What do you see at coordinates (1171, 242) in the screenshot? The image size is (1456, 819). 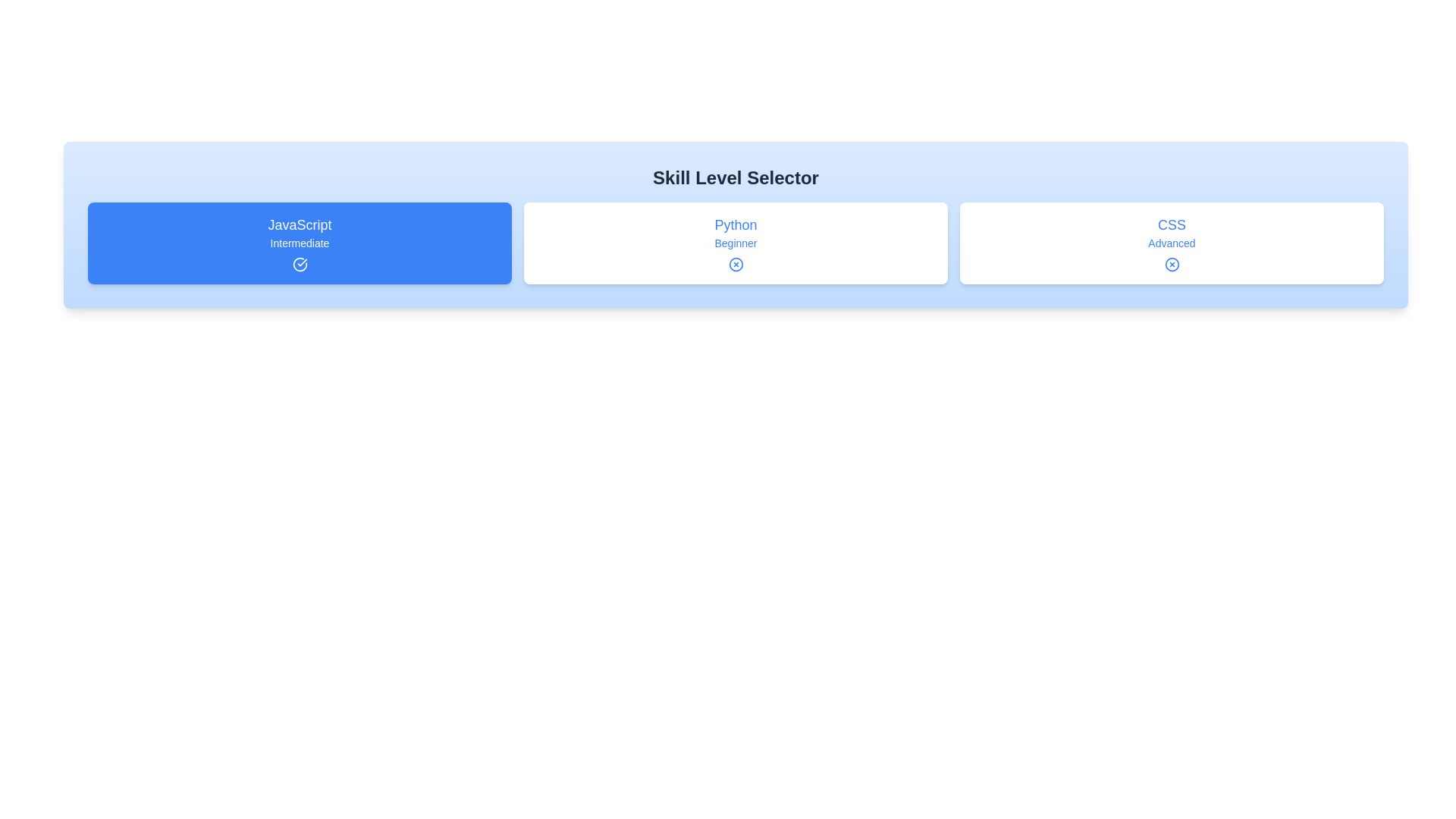 I see `the skill chip labeled 'CSS' by clicking on it` at bounding box center [1171, 242].